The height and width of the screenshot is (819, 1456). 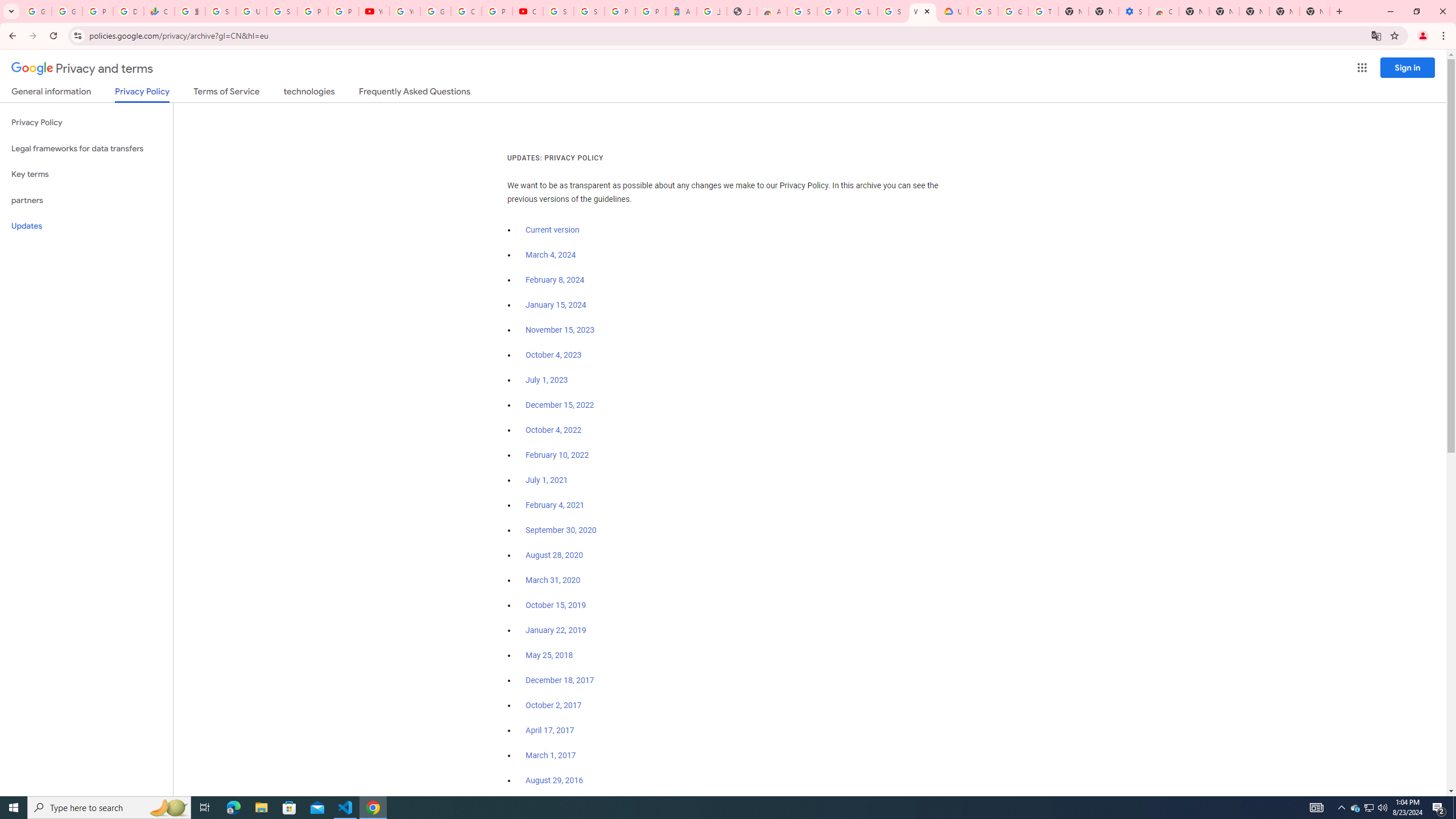 What do you see at coordinates (32, 35) in the screenshot?
I see `'Forward'` at bounding box center [32, 35].